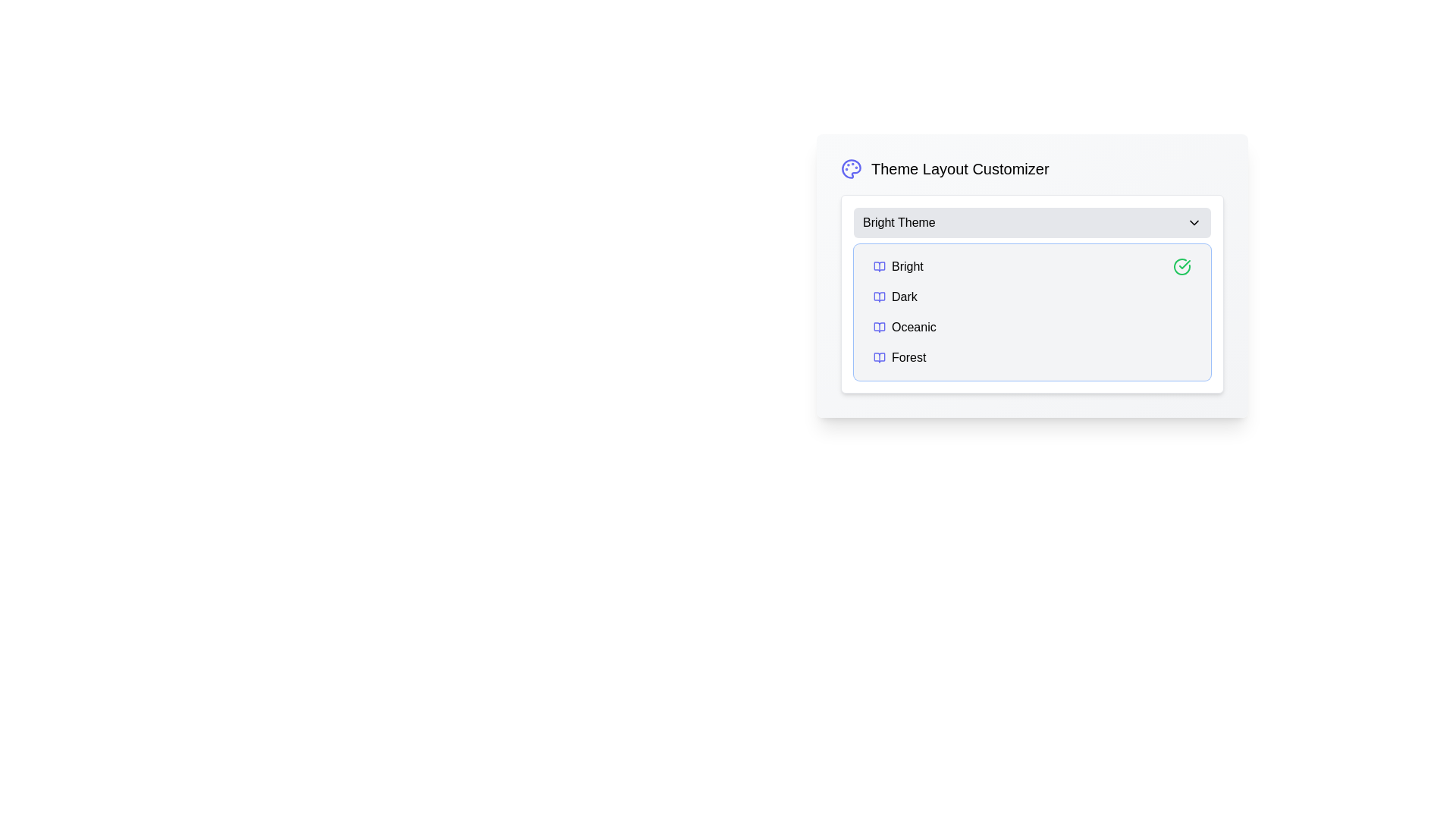 Image resolution: width=1456 pixels, height=819 pixels. I want to click on the indigo open book icon located to the left of the 'Oceanic' text in the list item, so click(880, 327).